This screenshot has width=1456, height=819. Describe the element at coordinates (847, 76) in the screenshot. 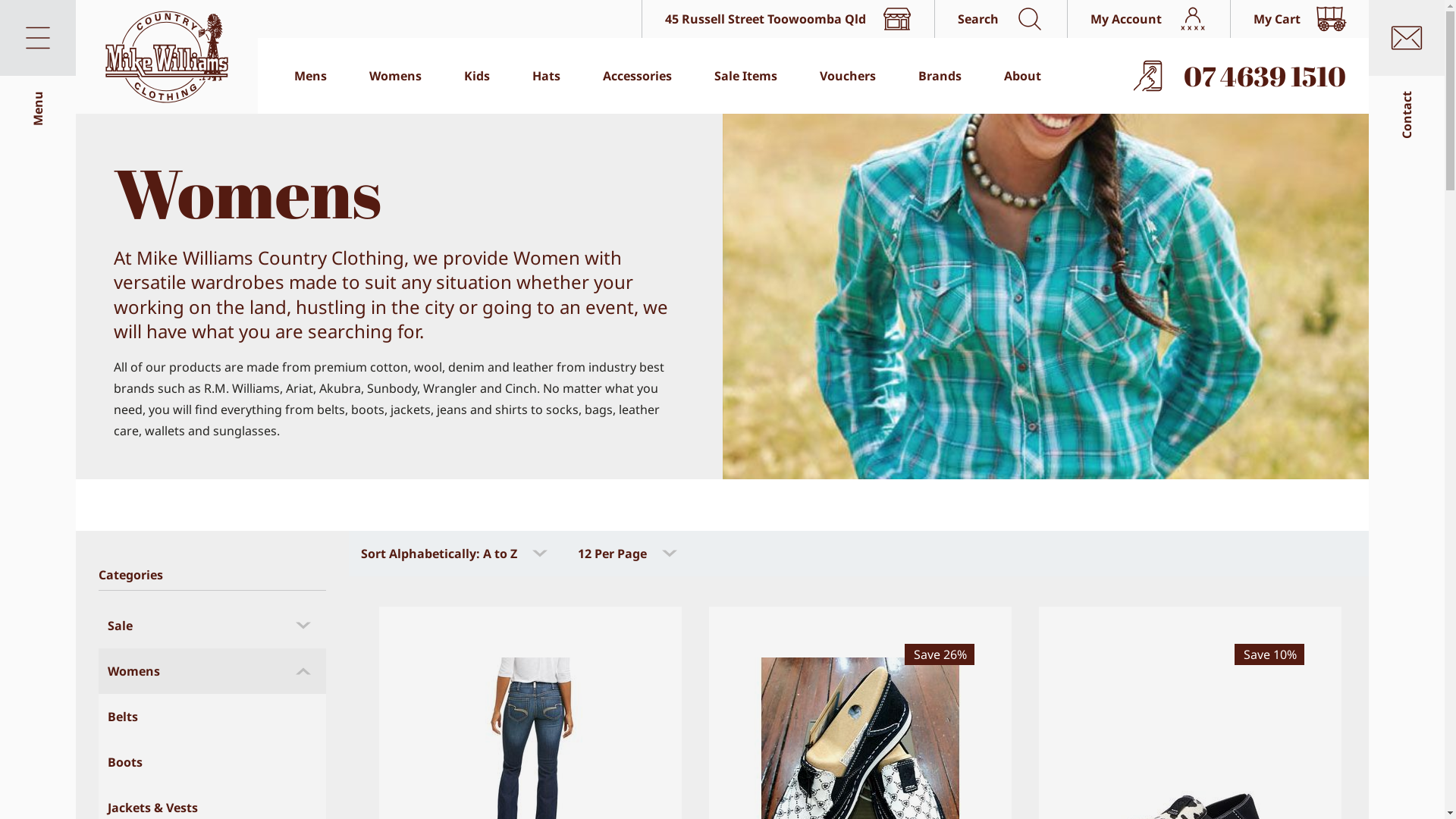

I see `'Vouchers'` at that location.